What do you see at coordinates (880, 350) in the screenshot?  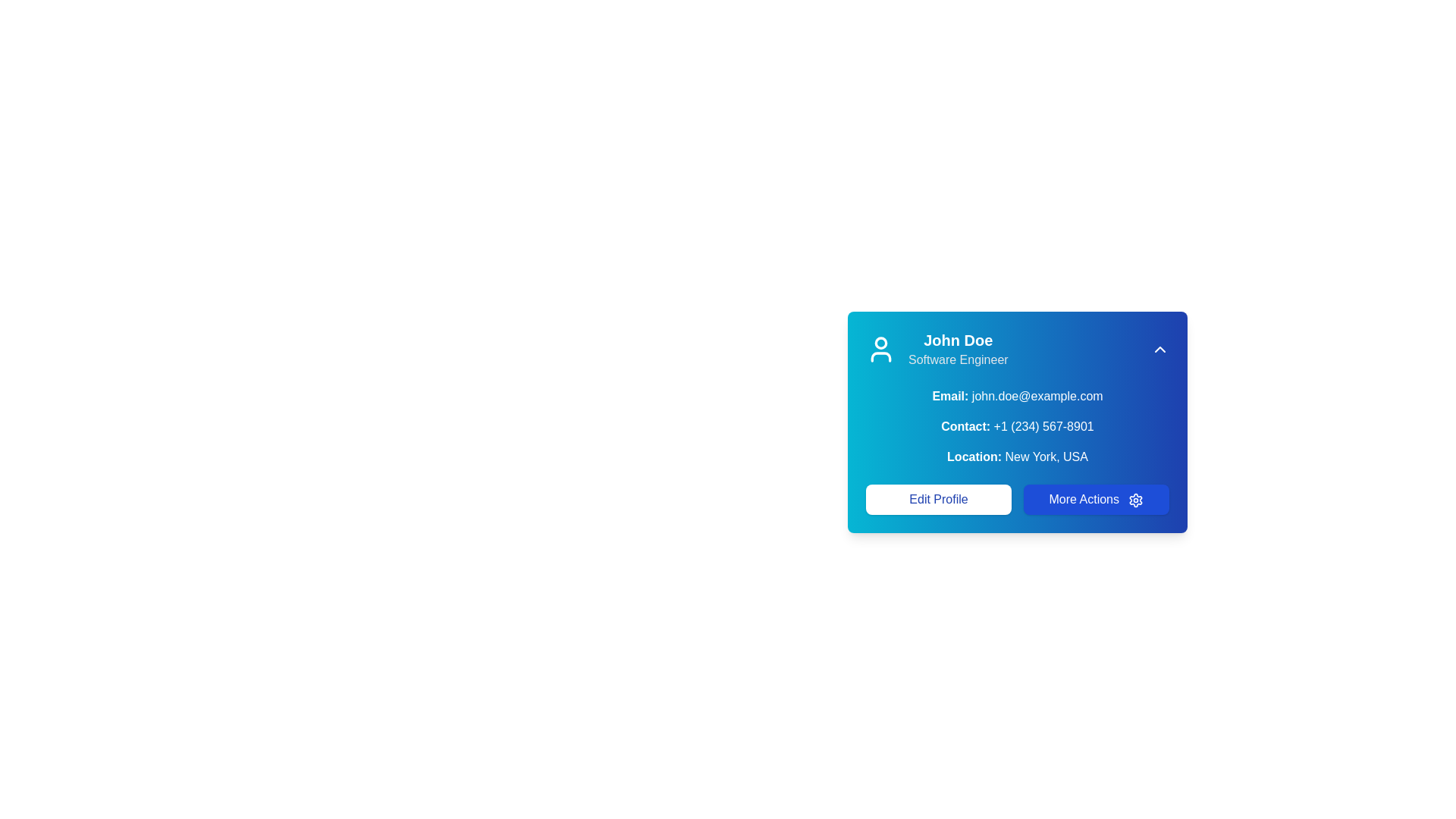 I see `the user figure icon, which is styled in white on a blue background and located to the left of the name 'John Doe' and the title 'Software Engineer'` at bounding box center [880, 350].